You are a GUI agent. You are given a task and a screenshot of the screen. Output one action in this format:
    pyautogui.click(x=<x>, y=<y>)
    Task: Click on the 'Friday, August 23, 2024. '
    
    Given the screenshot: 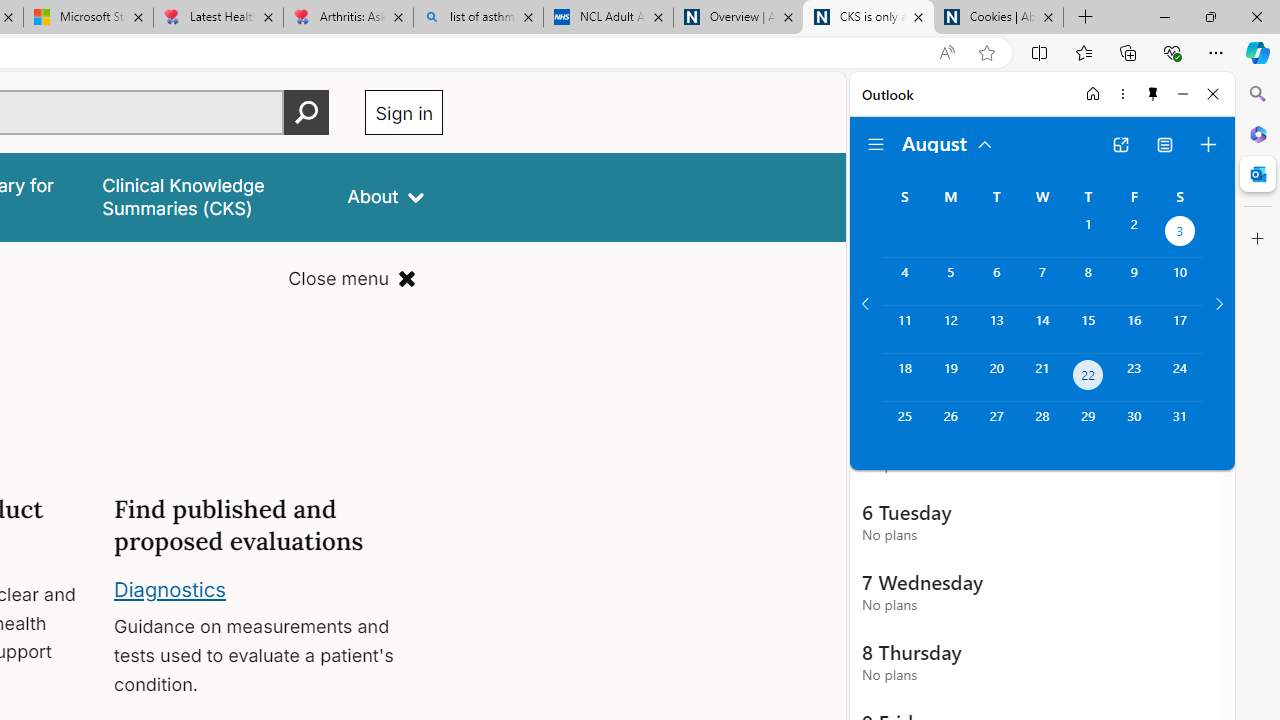 What is the action you would take?
    pyautogui.click(x=1134, y=377)
    